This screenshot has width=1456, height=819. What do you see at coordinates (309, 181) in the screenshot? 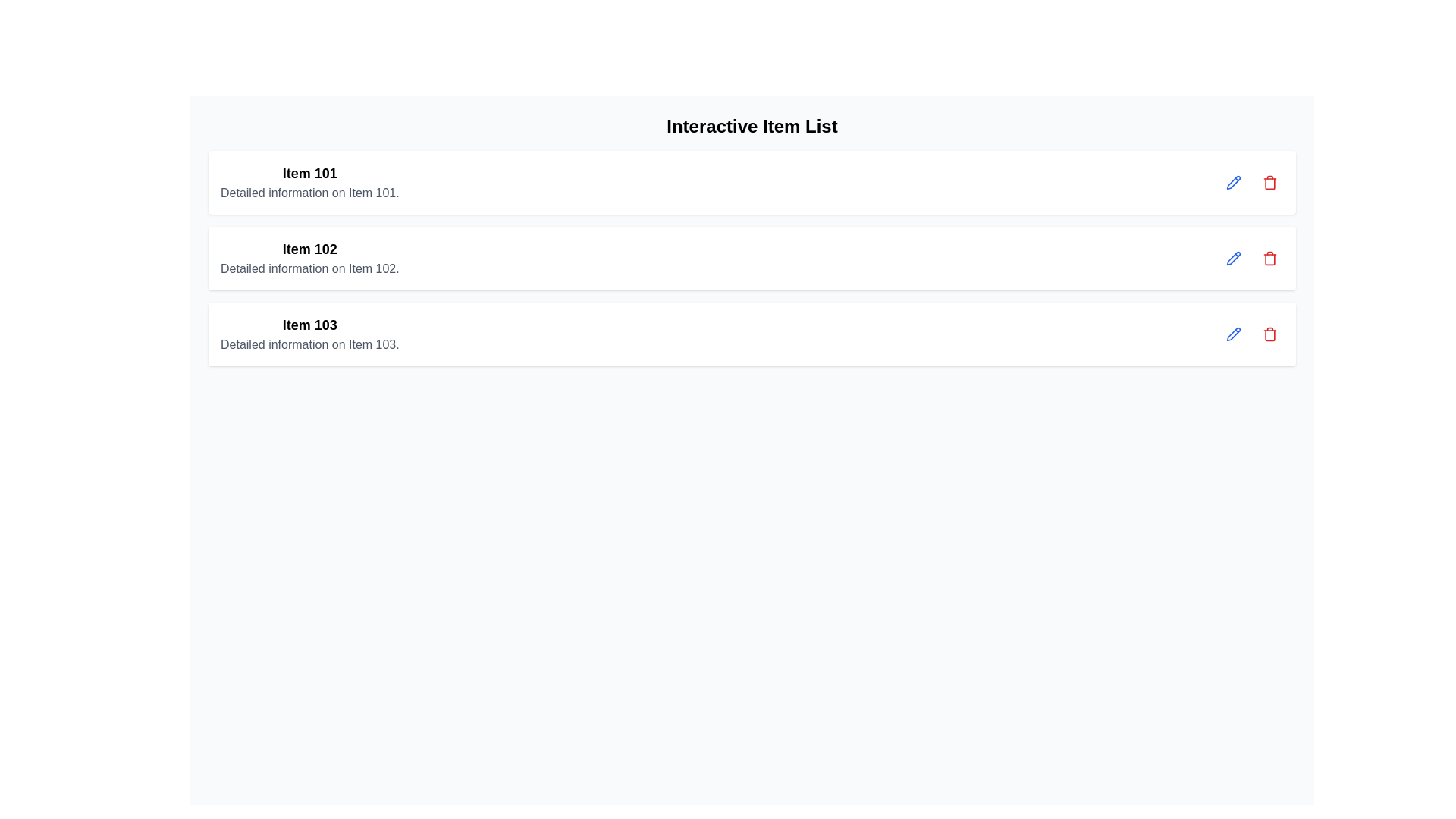
I see `text content of the Textual information block that describes 'Item 101', located at the topmost position in the list` at bounding box center [309, 181].